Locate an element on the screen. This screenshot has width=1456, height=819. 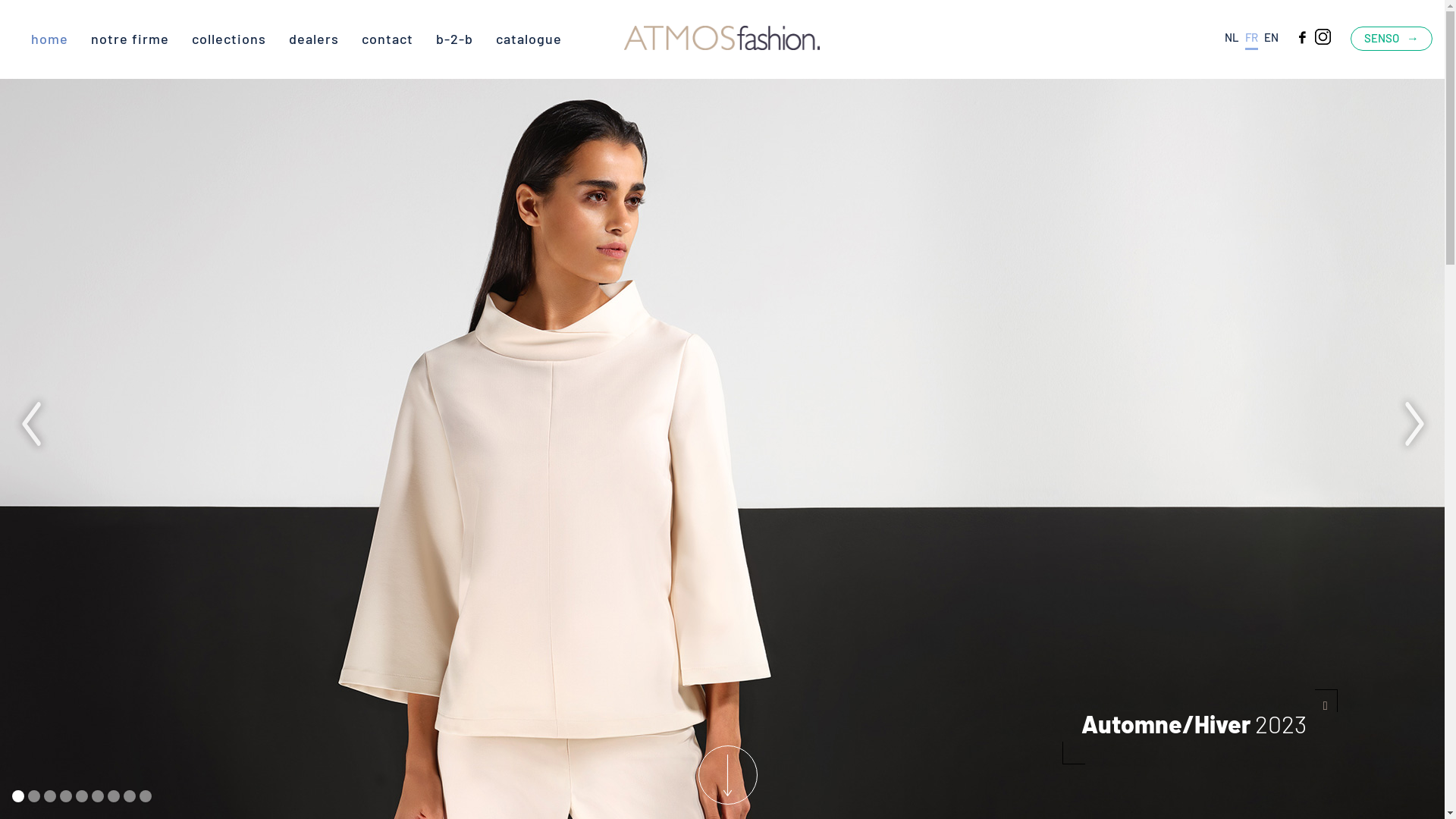
'Visitez notre page Instagram' is located at coordinates (1313, 35).